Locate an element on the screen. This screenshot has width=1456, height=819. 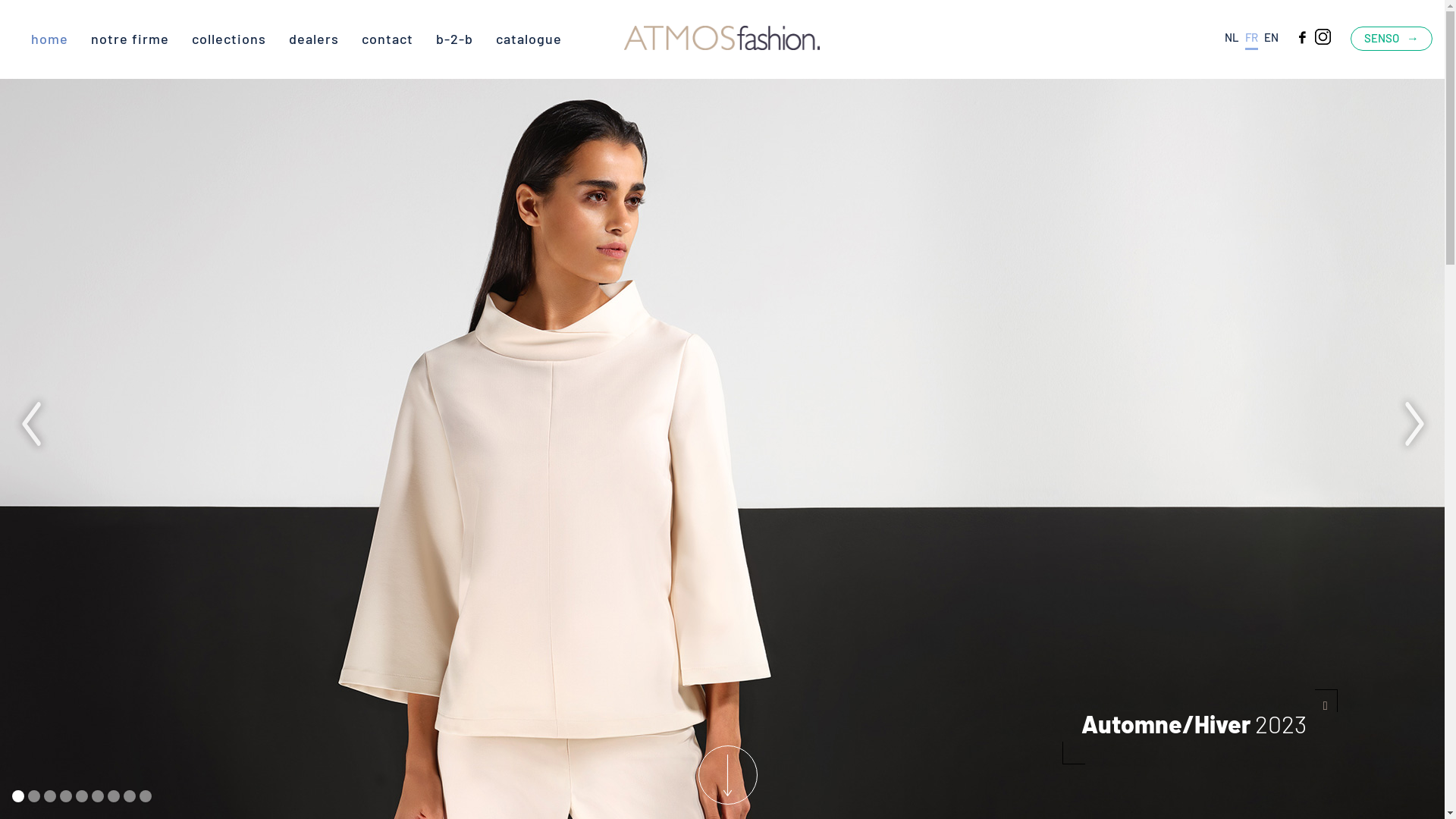
'Visitez notre page Instagram' is located at coordinates (1313, 35).